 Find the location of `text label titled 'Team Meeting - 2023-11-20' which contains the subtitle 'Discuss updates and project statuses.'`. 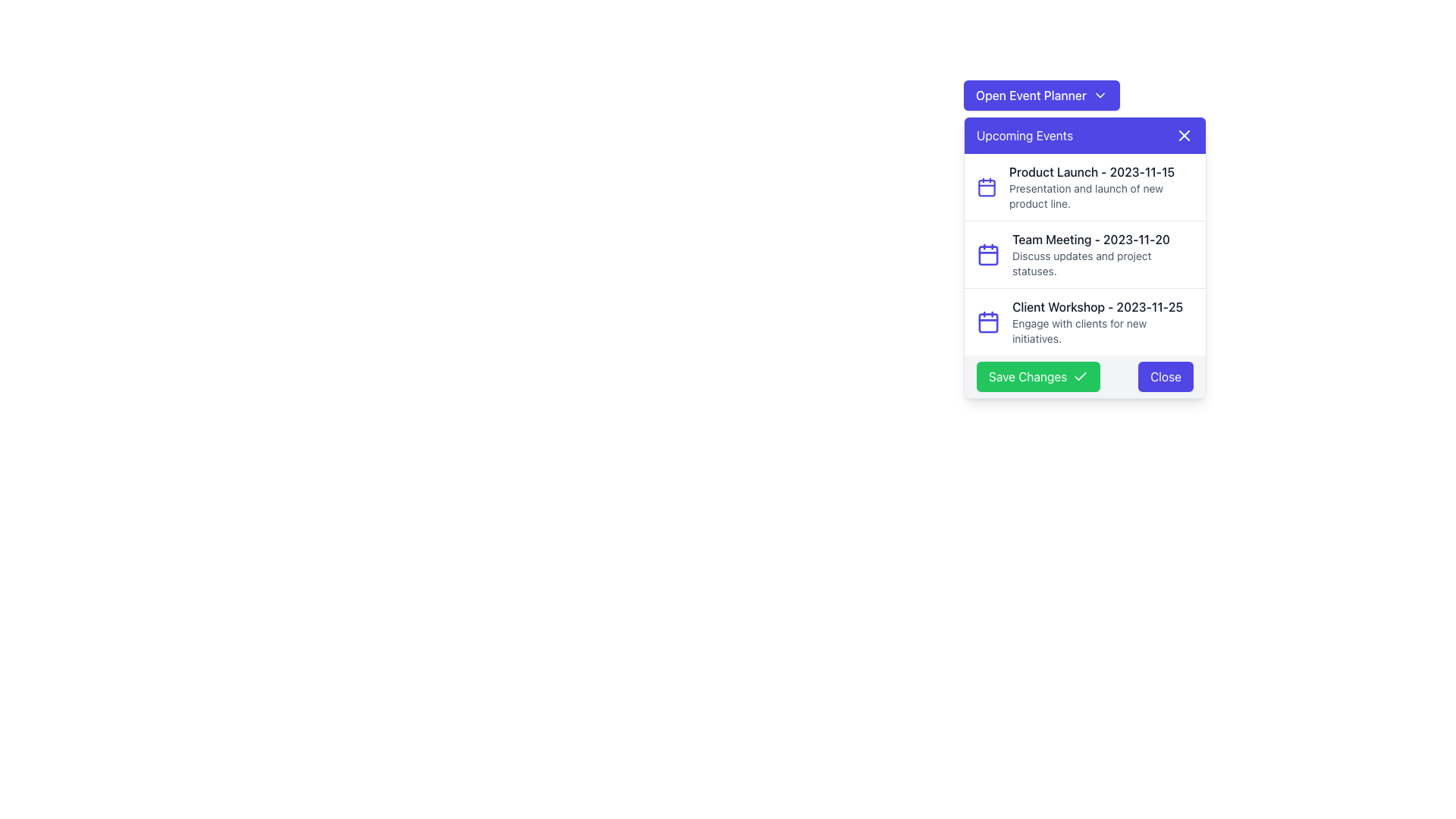

text label titled 'Team Meeting - 2023-11-20' which contains the subtitle 'Discuss updates and project statuses.' is located at coordinates (1103, 253).